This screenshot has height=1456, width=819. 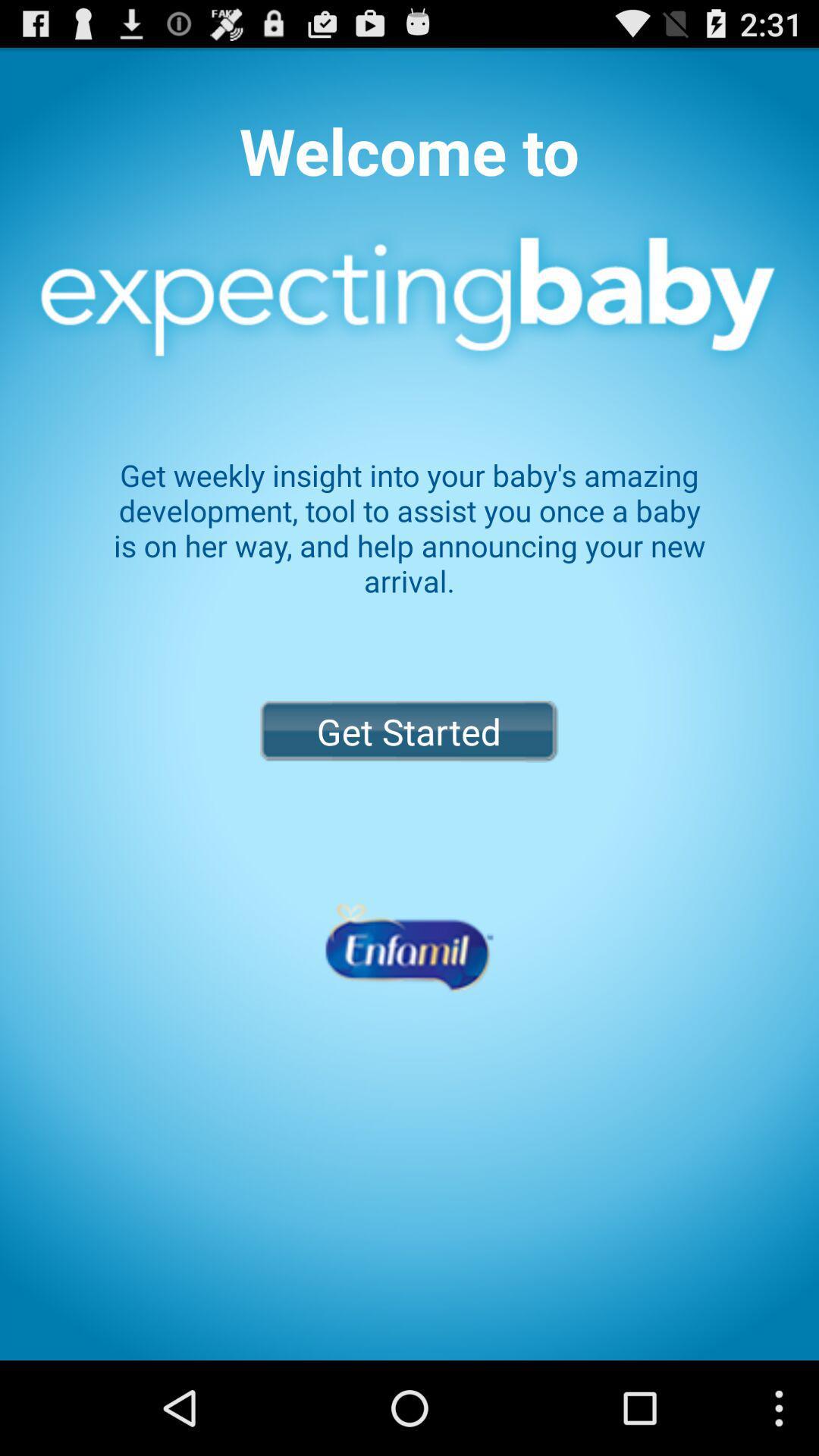 I want to click on the get started button, so click(x=408, y=731).